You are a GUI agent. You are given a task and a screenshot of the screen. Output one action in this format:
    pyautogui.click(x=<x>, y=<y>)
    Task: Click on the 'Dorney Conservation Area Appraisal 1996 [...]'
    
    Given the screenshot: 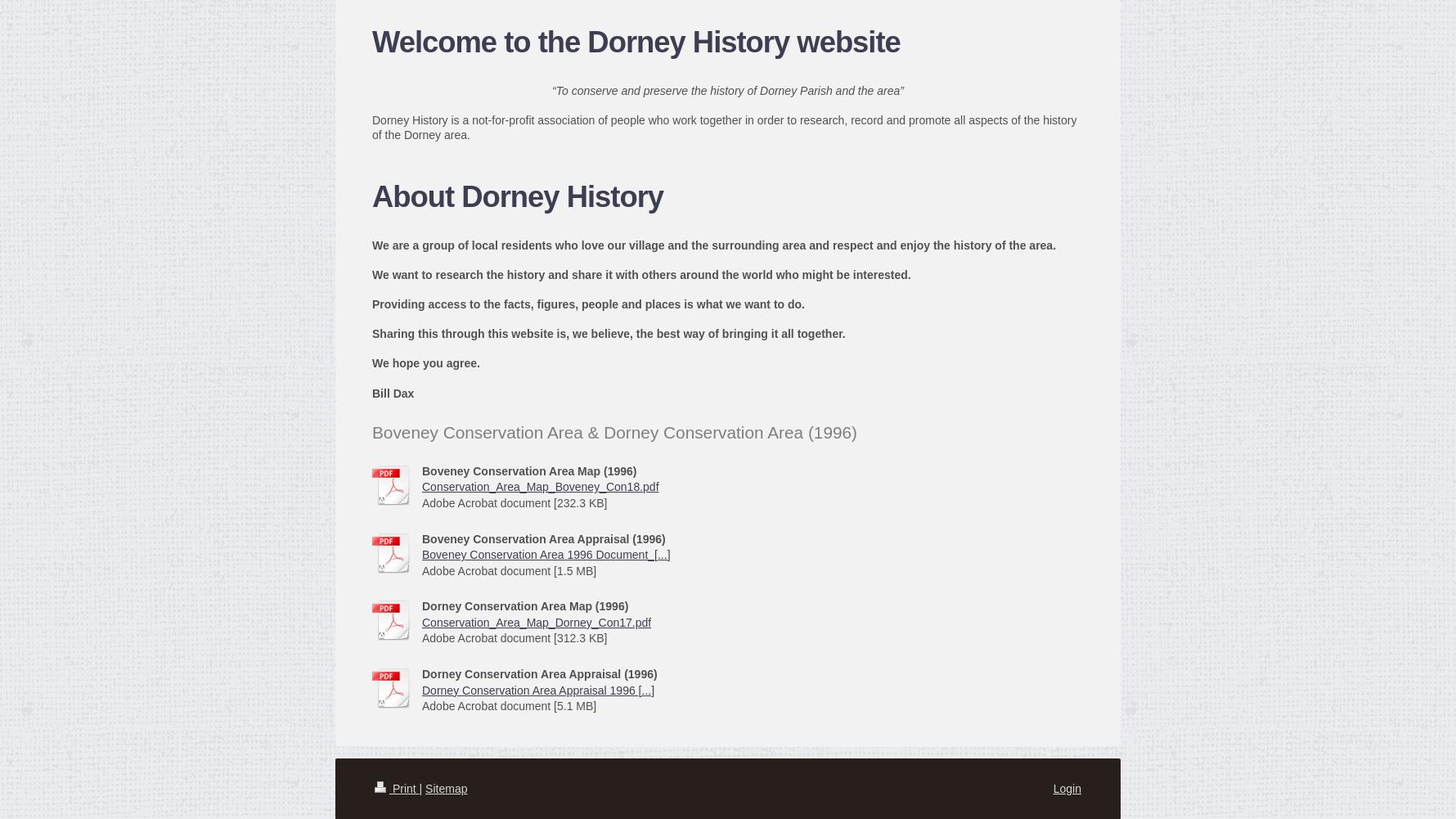 What is the action you would take?
    pyautogui.click(x=538, y=689)
    